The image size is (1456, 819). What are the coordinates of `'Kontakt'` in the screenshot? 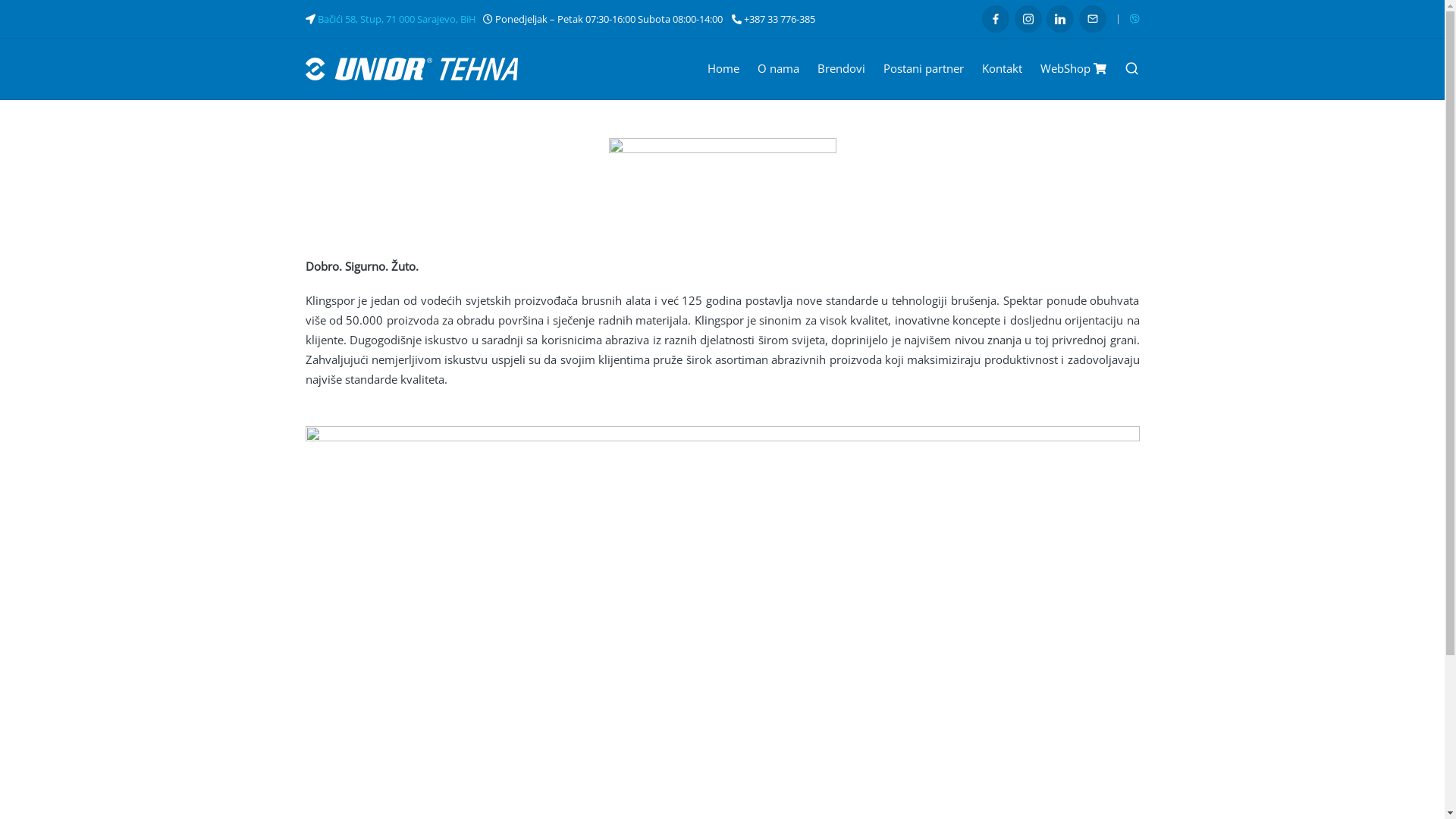 It's located at (1002, 69).